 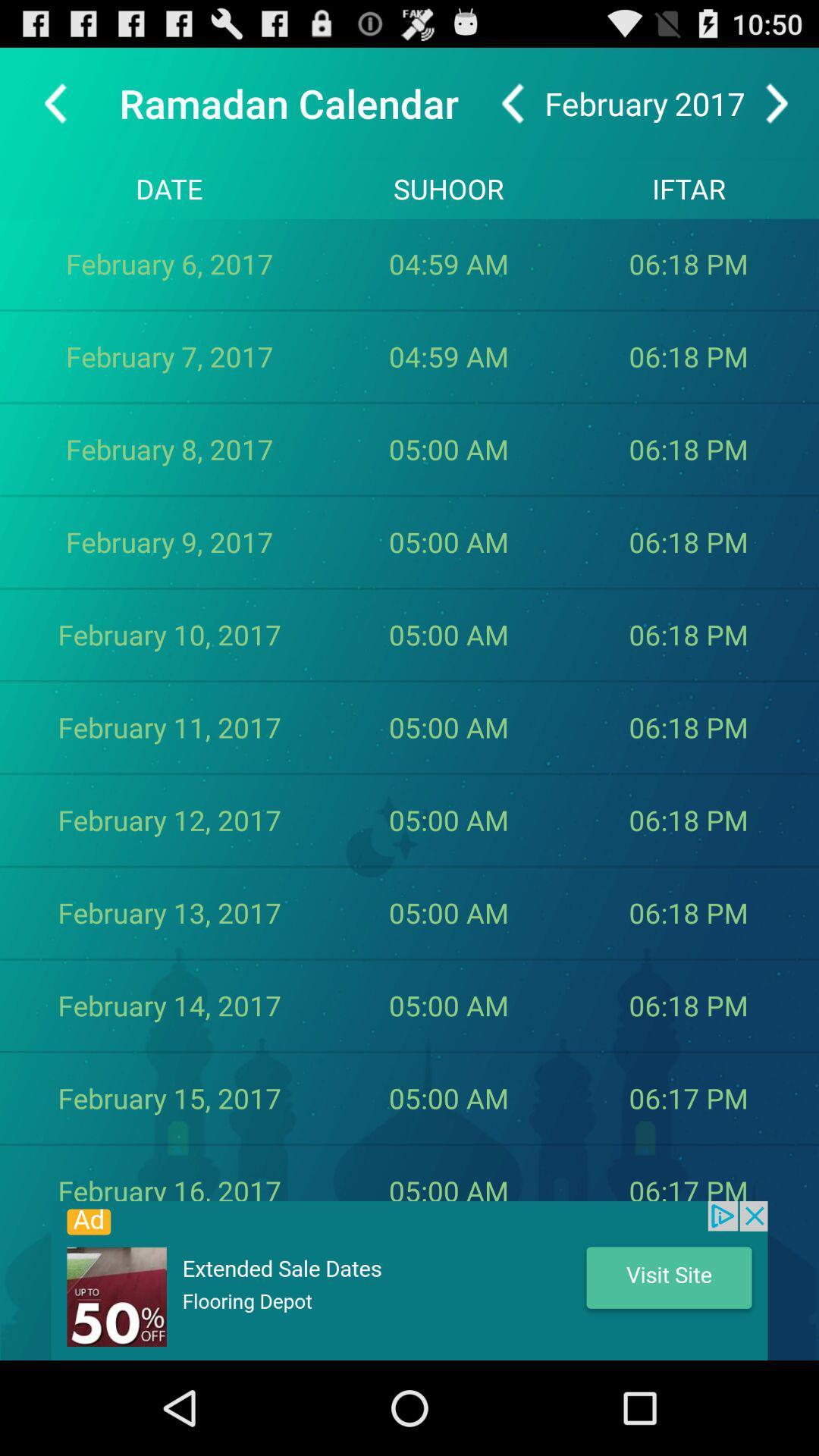 I want to click on go back, so click(x=512, y=102).